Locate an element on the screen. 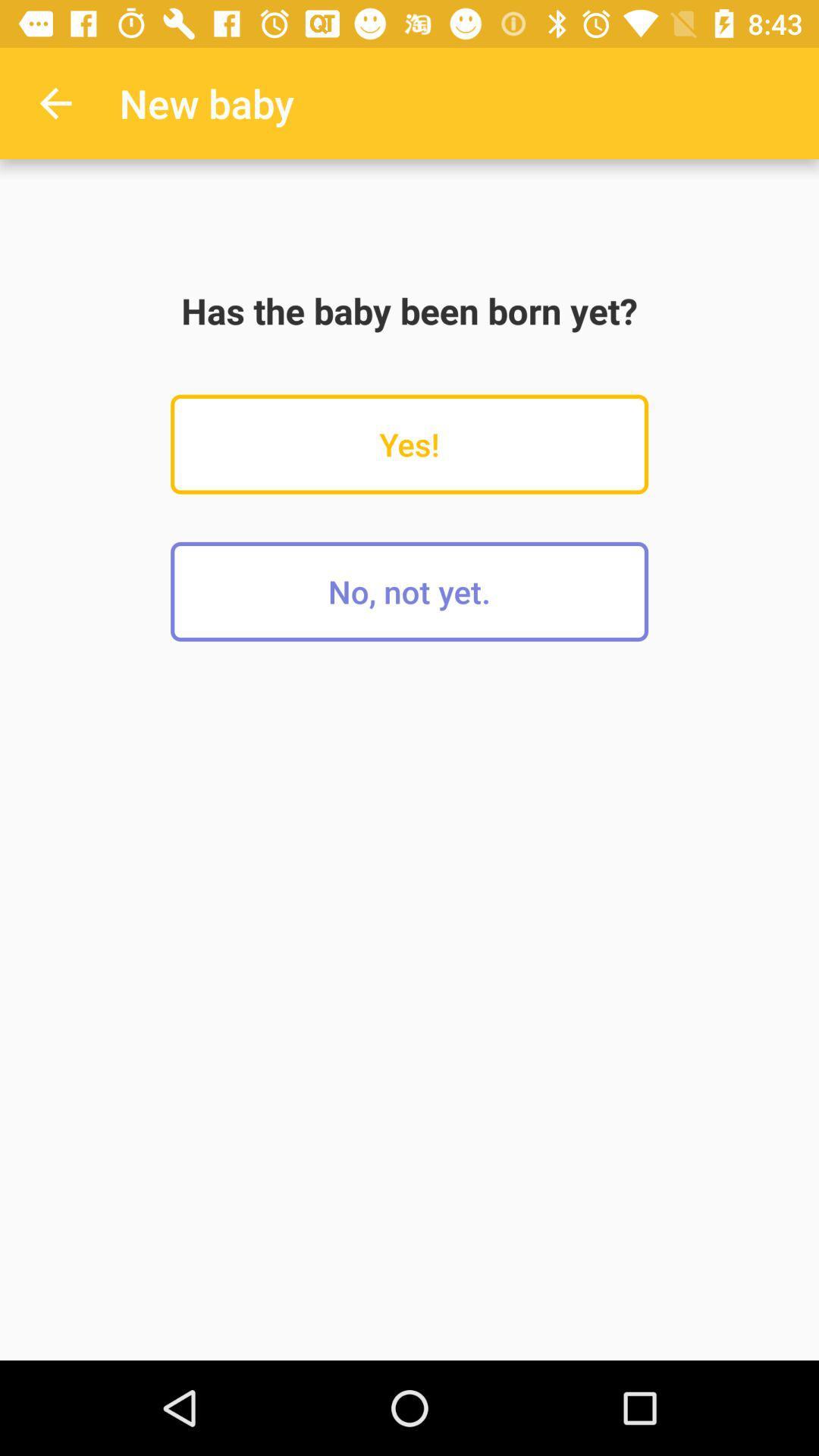 The width and height of the screenshot is (819, 1456). the item below the yes! is located at coordinates (409, 591).